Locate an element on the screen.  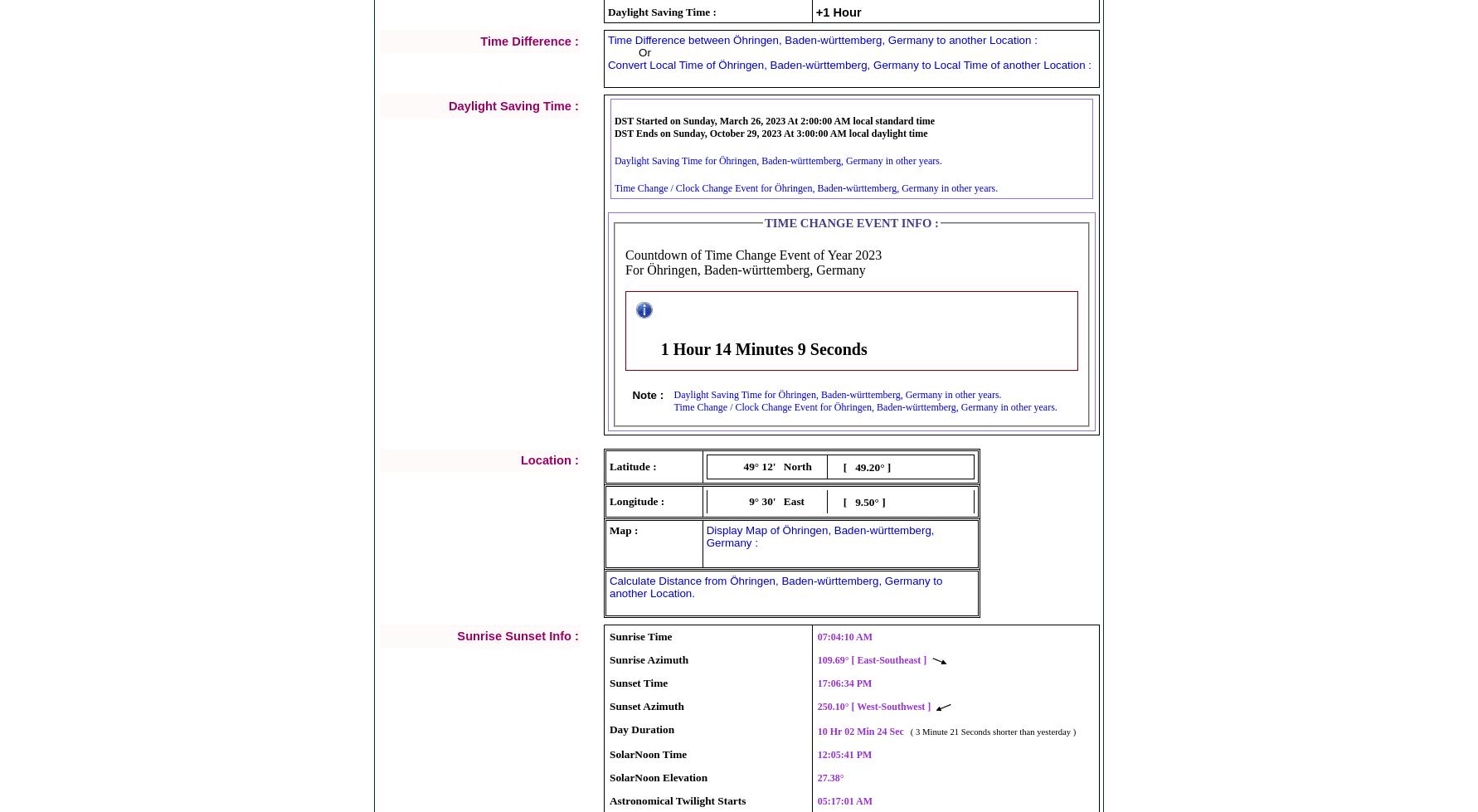
'12:05:41 PM' is located at coordinates (844, 753).